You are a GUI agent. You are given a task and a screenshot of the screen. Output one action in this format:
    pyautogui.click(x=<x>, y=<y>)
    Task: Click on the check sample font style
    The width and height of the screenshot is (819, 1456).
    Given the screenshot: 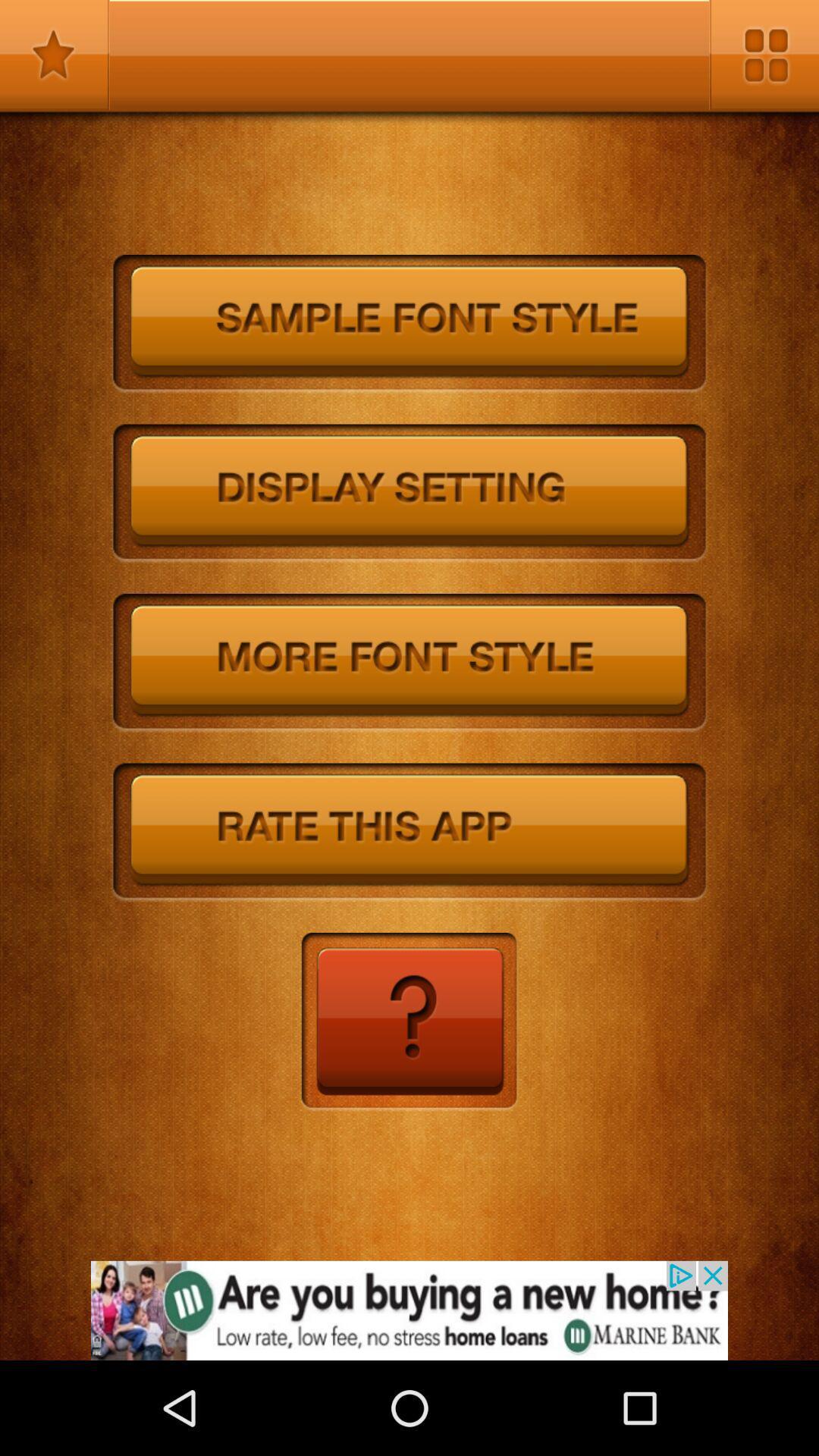 What is the action you would take?
    pyautogui.click(x=409, y=323)
    